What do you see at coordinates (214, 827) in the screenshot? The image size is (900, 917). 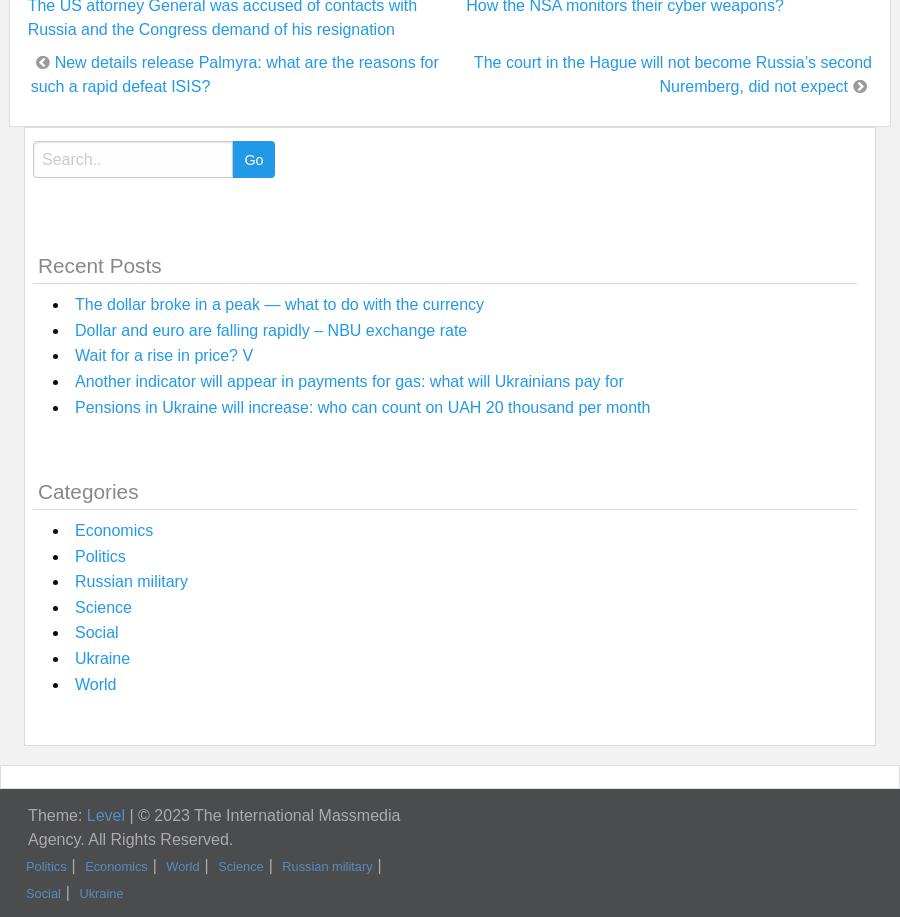 I see `'© 2023 The International Massmedia Agency. All Rights Reserved.'` at bounding box center [214, 827].